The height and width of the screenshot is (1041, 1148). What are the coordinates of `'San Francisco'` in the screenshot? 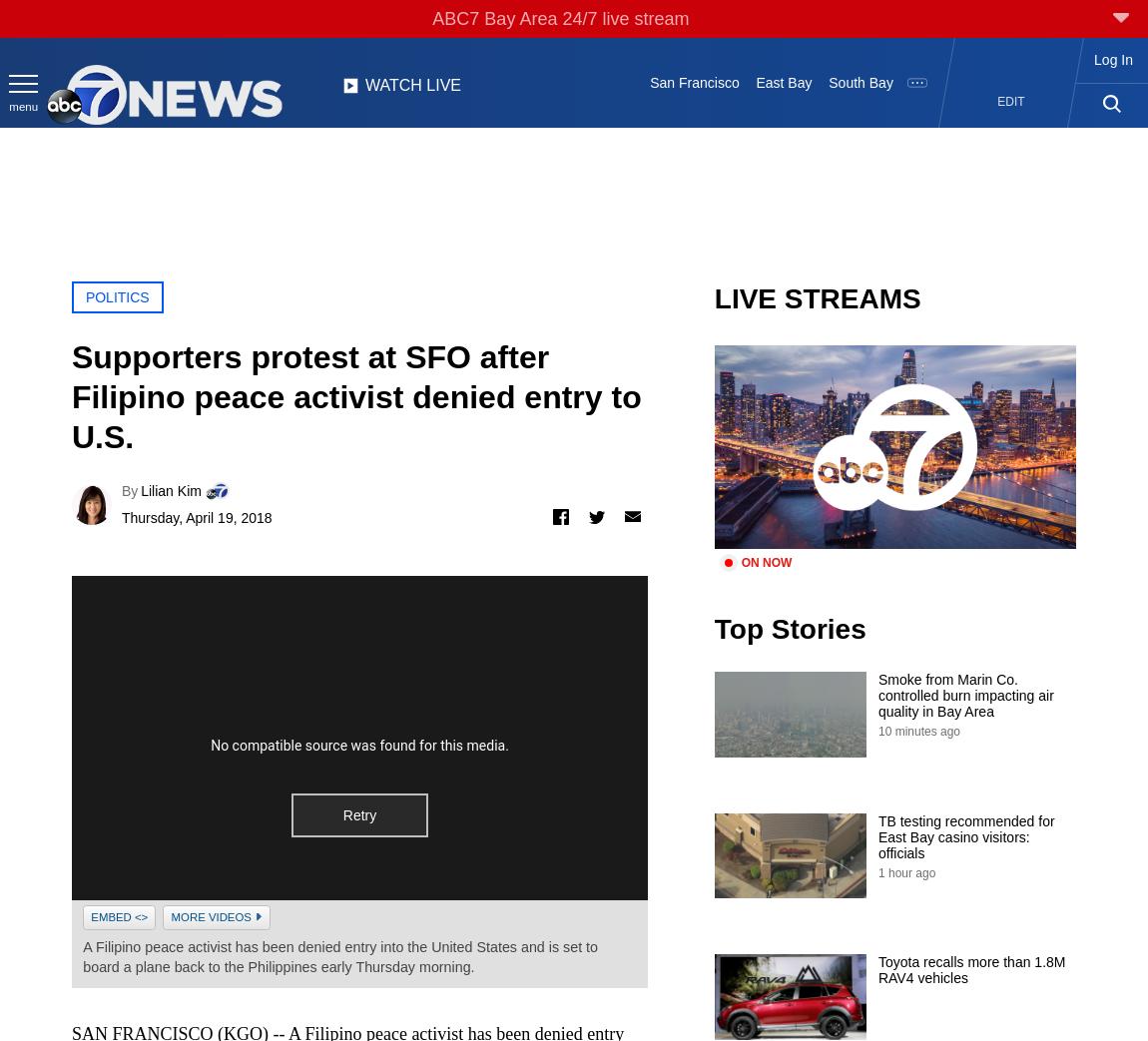 It's located at (693, 83).